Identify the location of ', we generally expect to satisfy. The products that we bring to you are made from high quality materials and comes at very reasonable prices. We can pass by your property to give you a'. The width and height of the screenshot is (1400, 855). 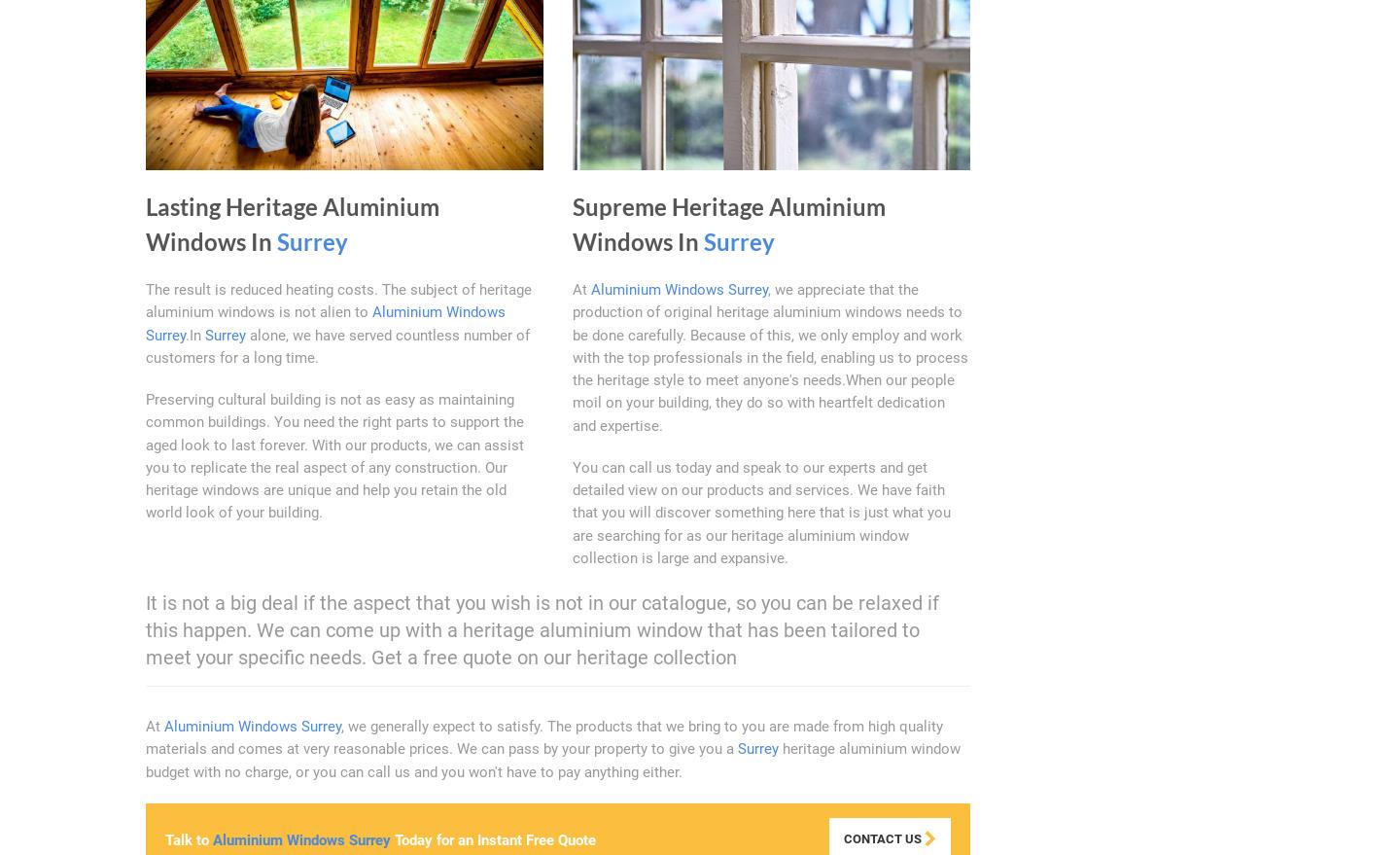
(544, 736).